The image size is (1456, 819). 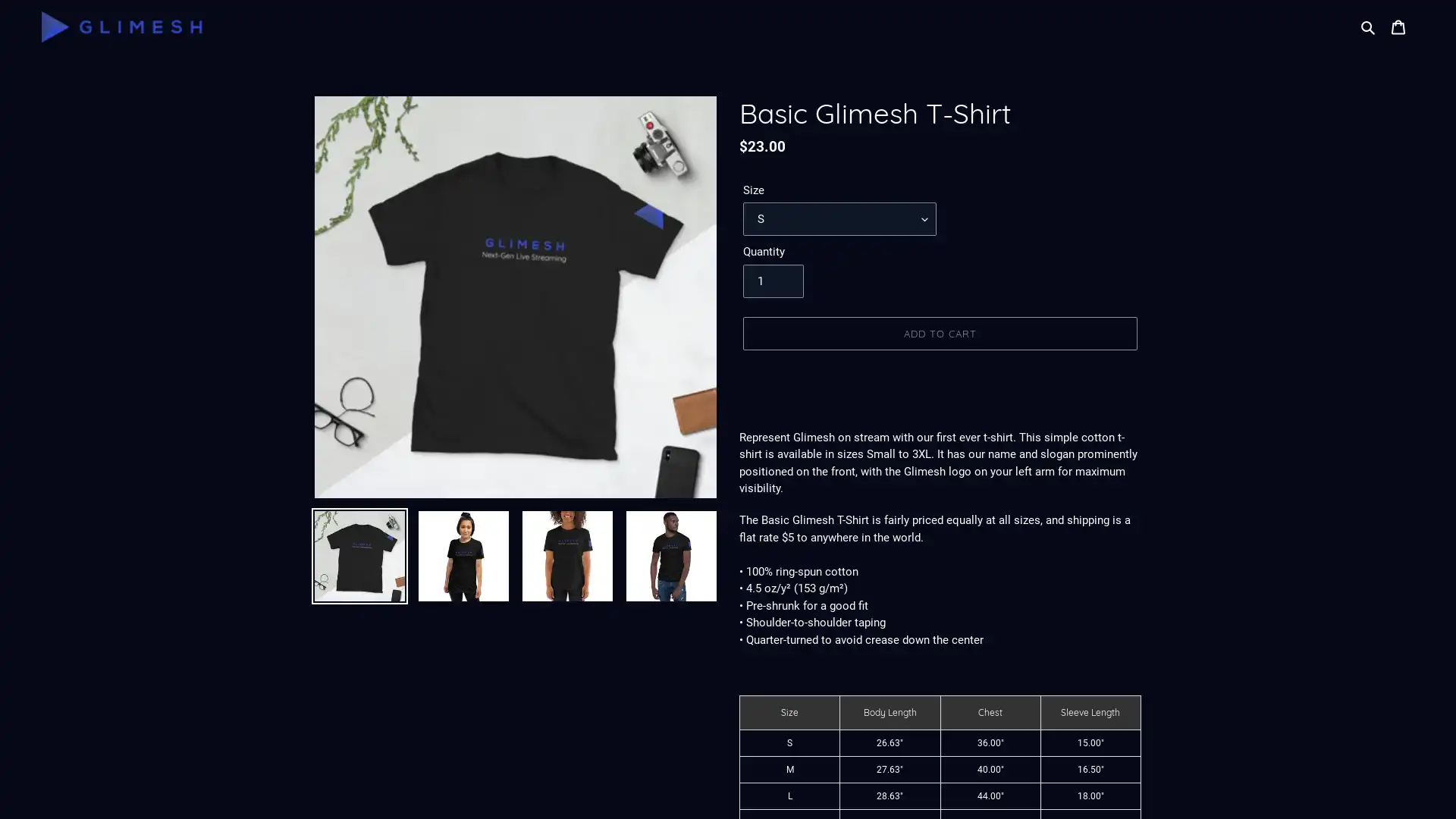 What do you see at coordinates (939, 374) in the screenshot?
I see `BUY IT NOW` at bounding box center [939, 374].